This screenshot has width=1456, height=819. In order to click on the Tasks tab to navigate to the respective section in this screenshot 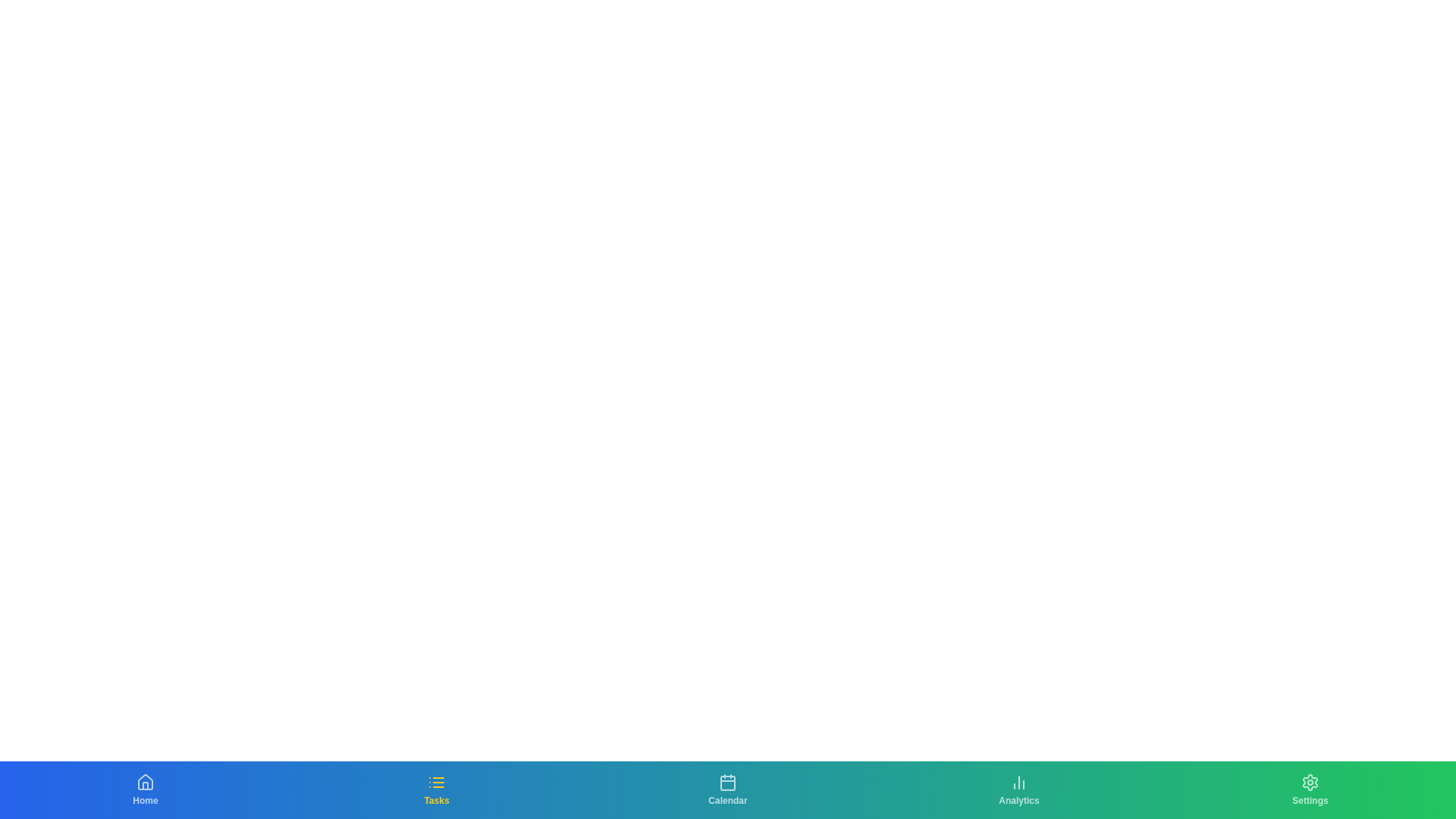, I will do `click(436, 789)`.